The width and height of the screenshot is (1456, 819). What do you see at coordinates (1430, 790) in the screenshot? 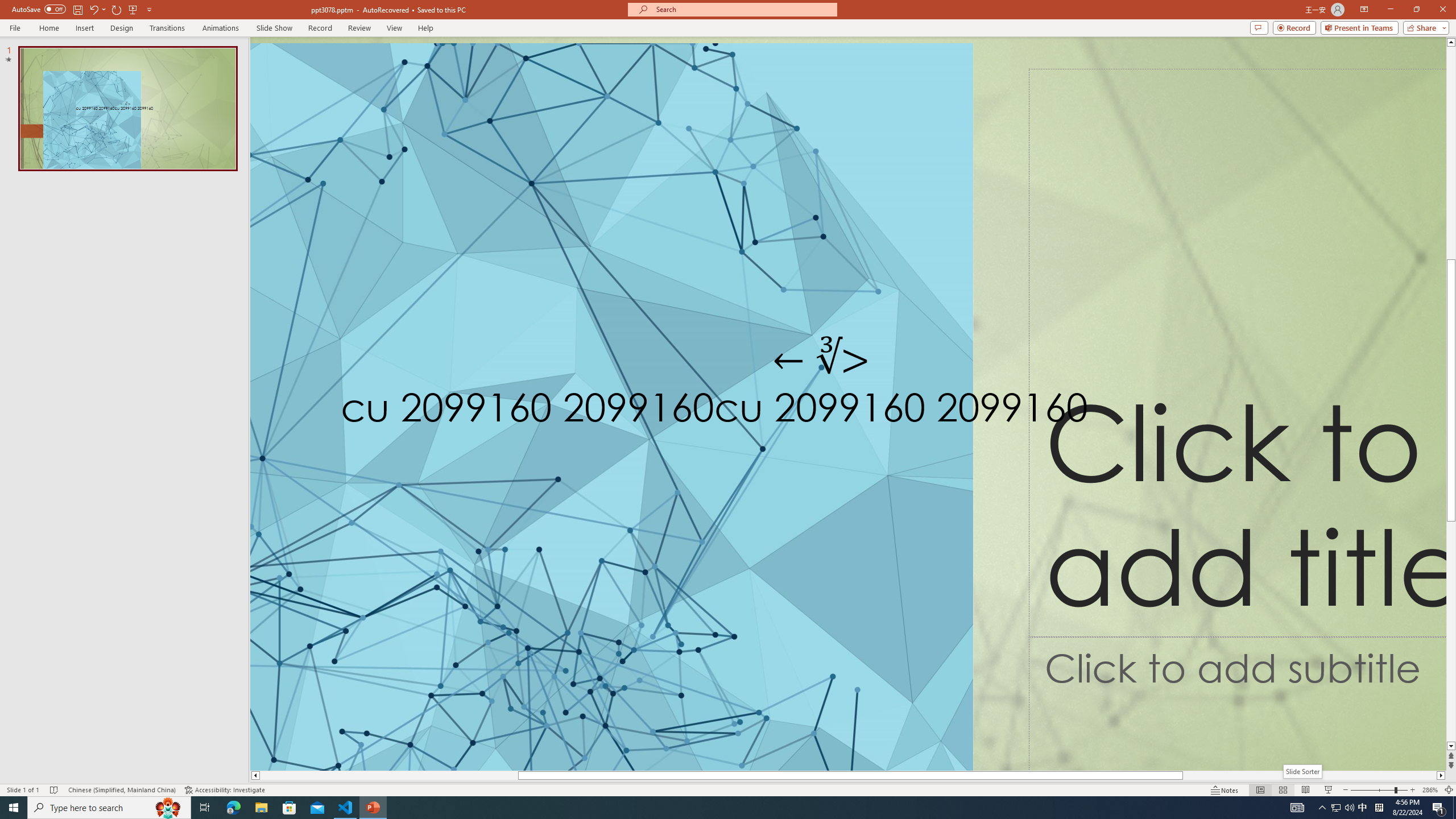
I see `'Zoom 286%'` at bounding box center [1430, 790].